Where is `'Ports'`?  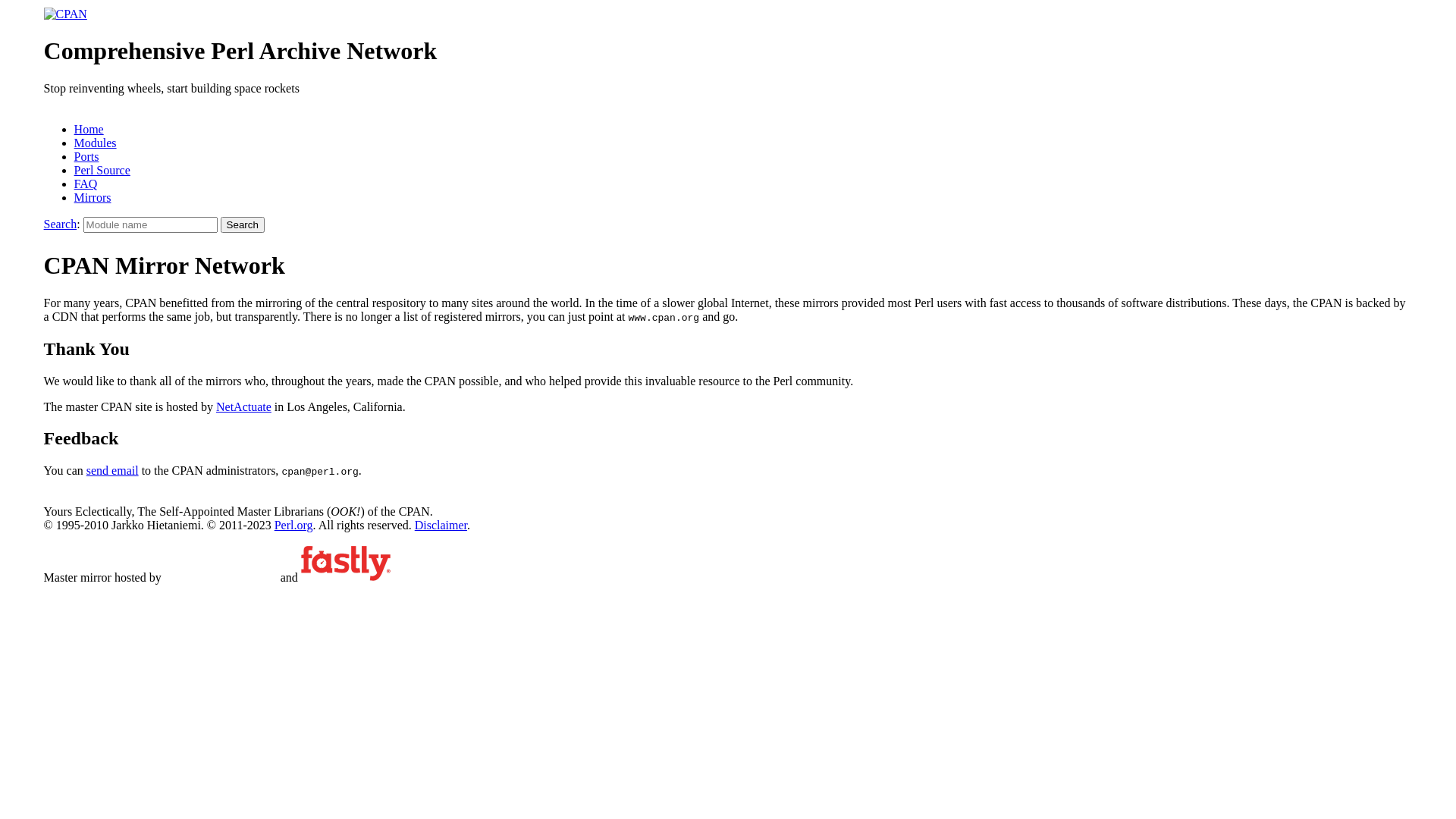 'Ports' is located at coordinates (86, 156).